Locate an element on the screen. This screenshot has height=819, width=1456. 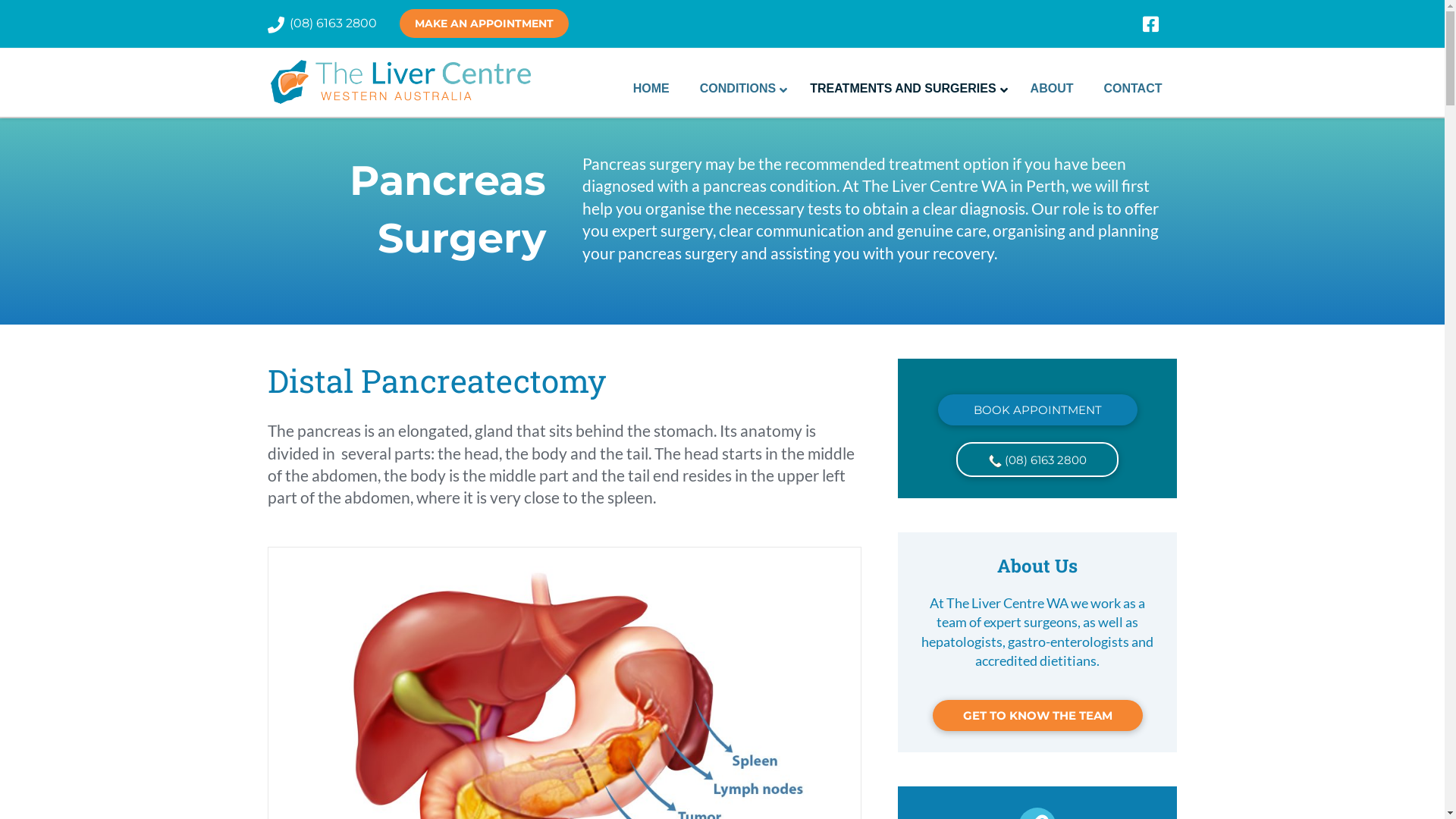
'ABOUT' is located at coordinates (1015, 88).